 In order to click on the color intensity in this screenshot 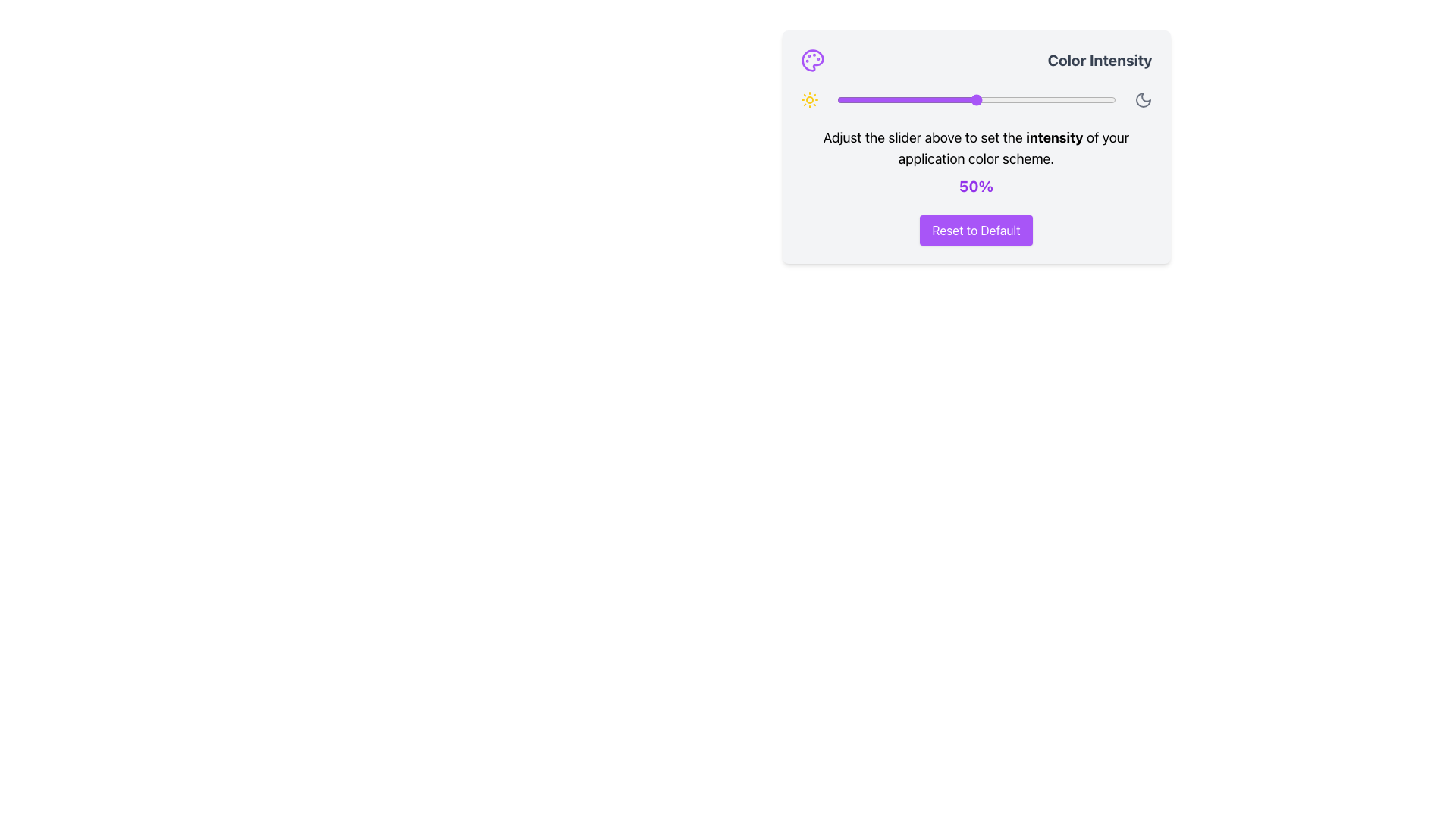, I will do `click(895, 99)`.